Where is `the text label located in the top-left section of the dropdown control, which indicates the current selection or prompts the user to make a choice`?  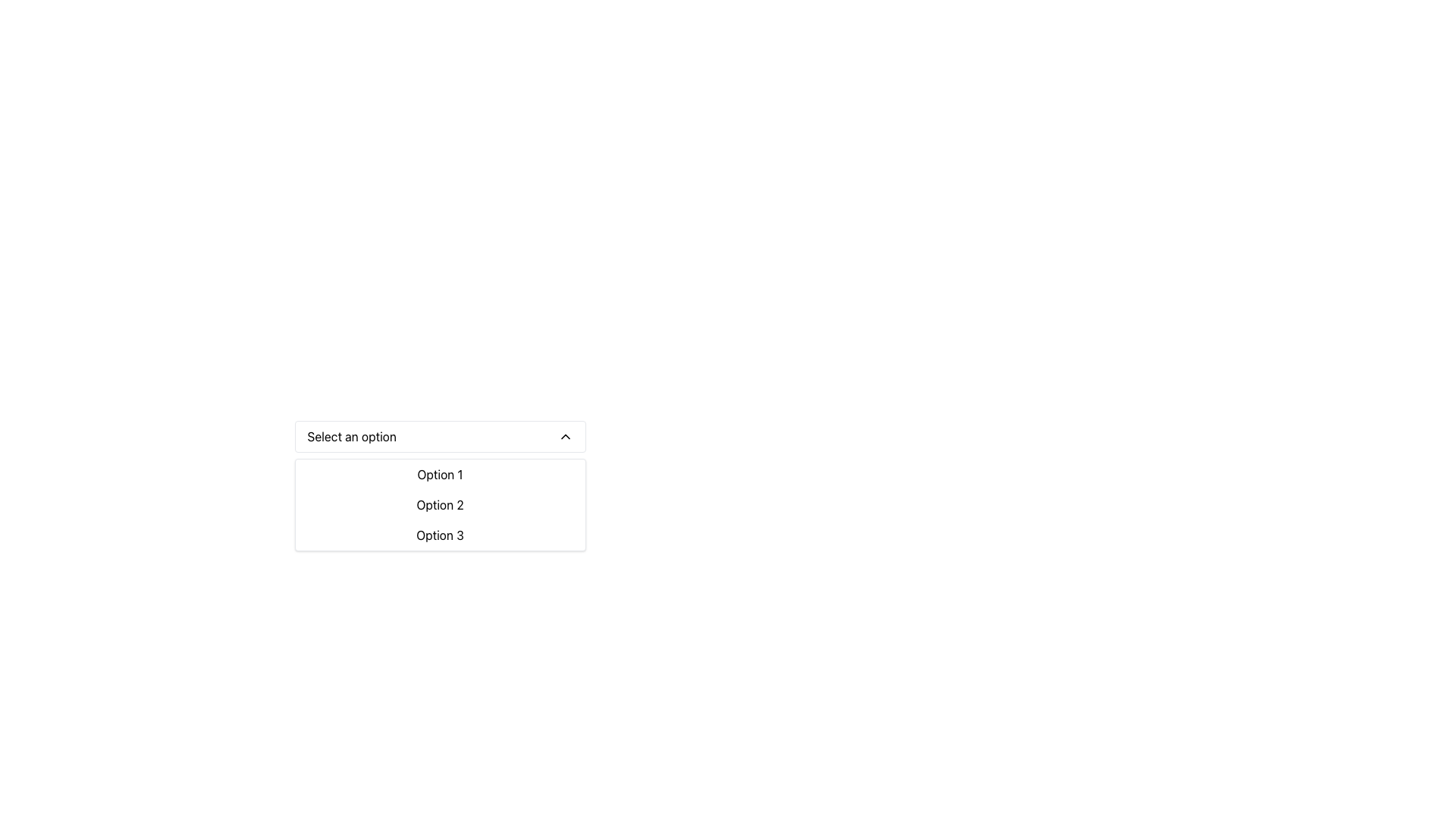 the text label located in the top-left section of the dropdown control, which indicates the current selection or prompts the user to make a choice is located at coordinates (351, 436).